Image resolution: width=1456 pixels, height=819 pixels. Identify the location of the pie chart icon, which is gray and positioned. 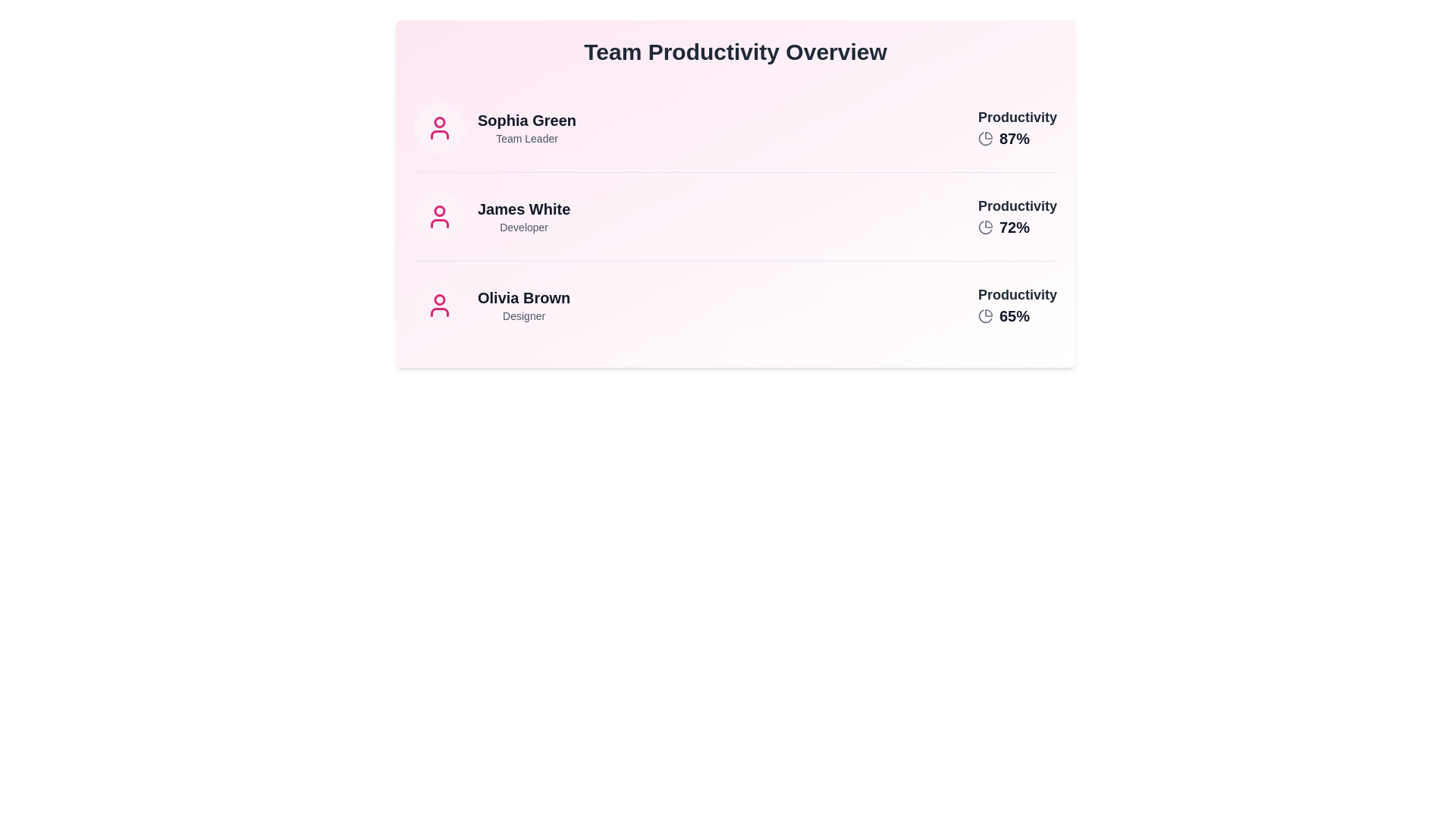
(986, 138).